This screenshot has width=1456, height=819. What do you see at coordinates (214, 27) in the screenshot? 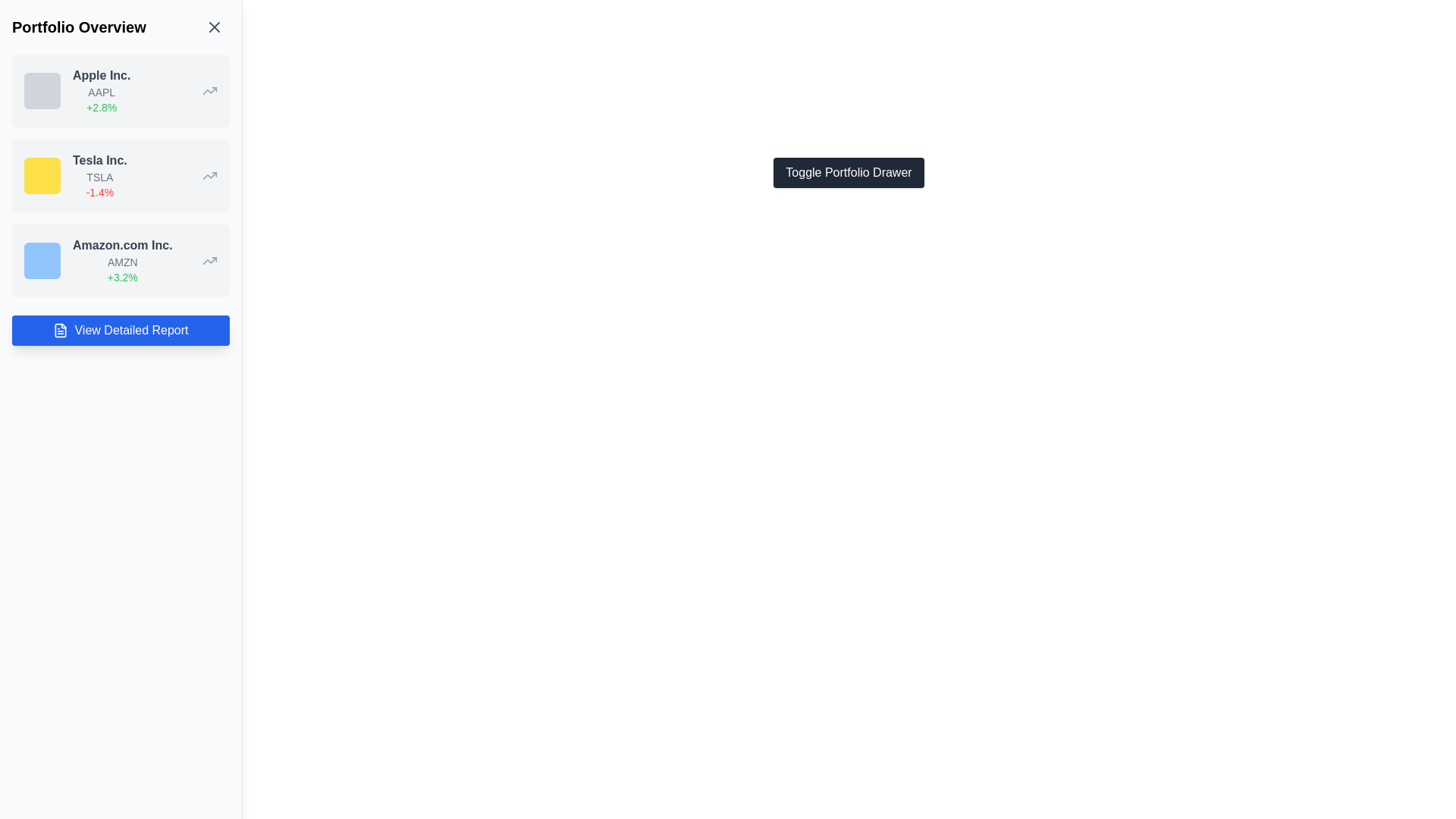
I see `the Close button (X icon) located in the top-right corner of the 'Portfolio Overview' sidebar` at bounding box center [214, 27].